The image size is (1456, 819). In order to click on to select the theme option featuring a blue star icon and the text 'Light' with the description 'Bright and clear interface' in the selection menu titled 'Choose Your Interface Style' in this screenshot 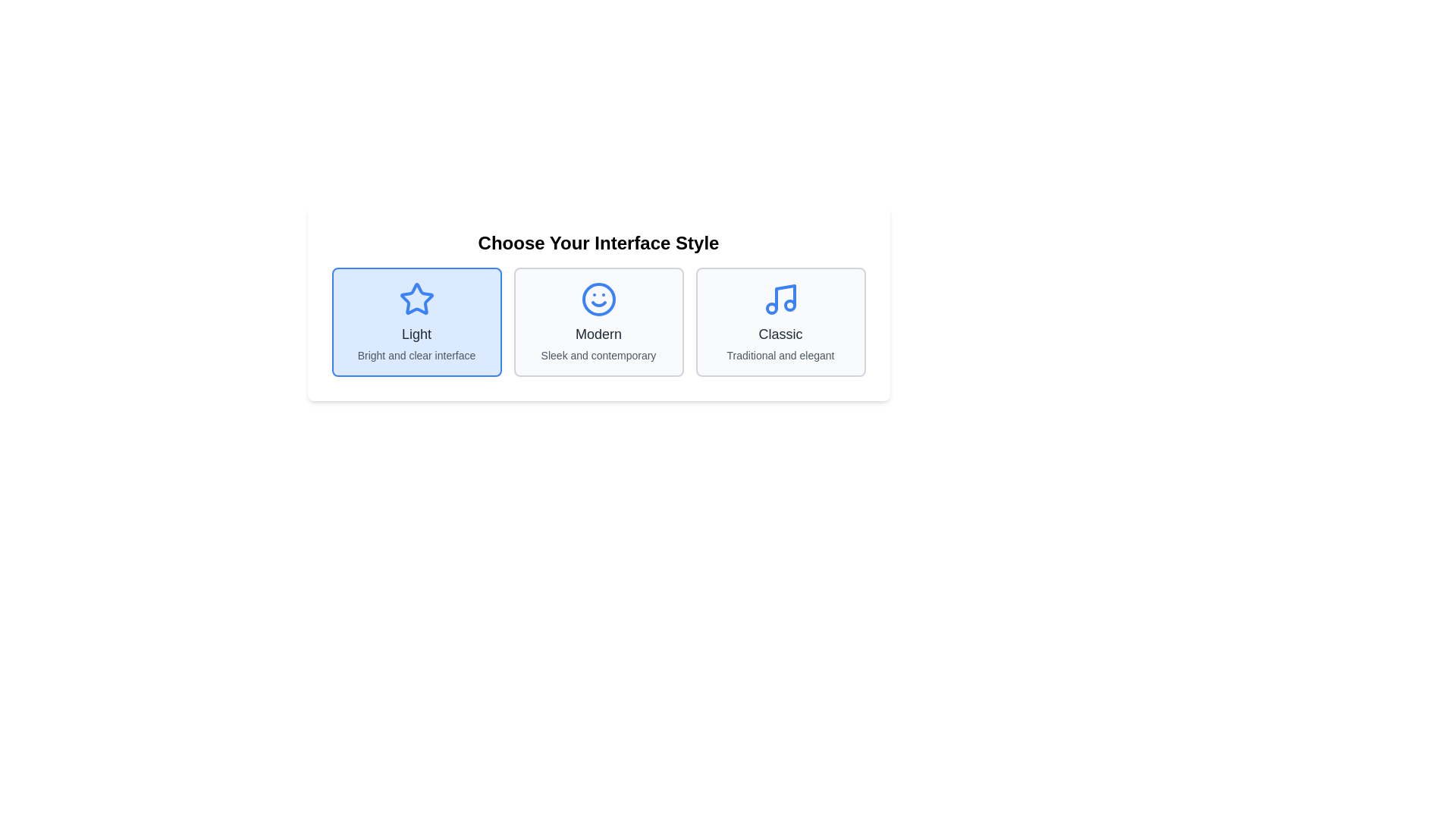, I will do `click(416, 321)`.